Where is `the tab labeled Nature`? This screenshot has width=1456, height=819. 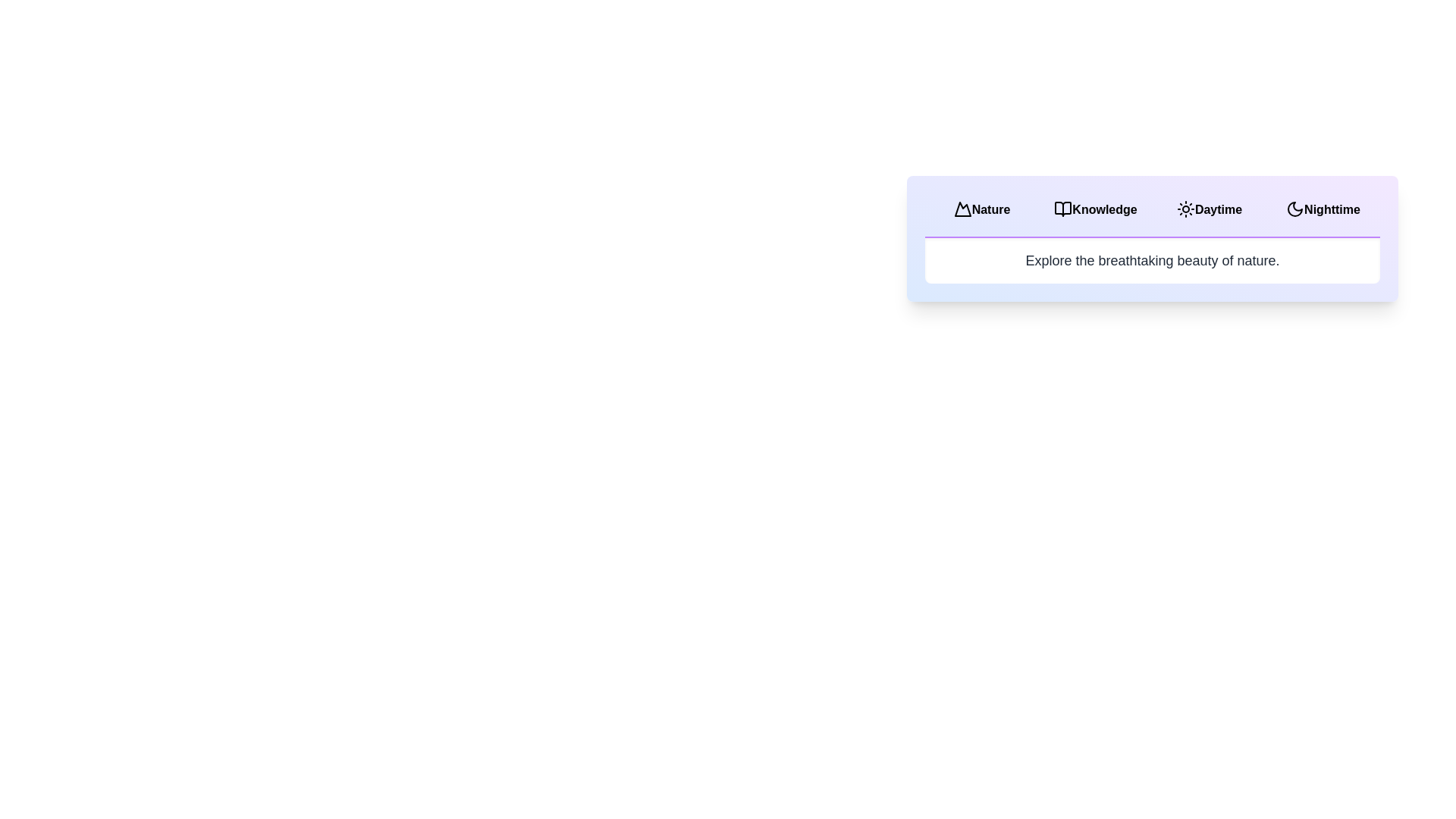 the tab labeled Nature is located at coordinates (982, 210).